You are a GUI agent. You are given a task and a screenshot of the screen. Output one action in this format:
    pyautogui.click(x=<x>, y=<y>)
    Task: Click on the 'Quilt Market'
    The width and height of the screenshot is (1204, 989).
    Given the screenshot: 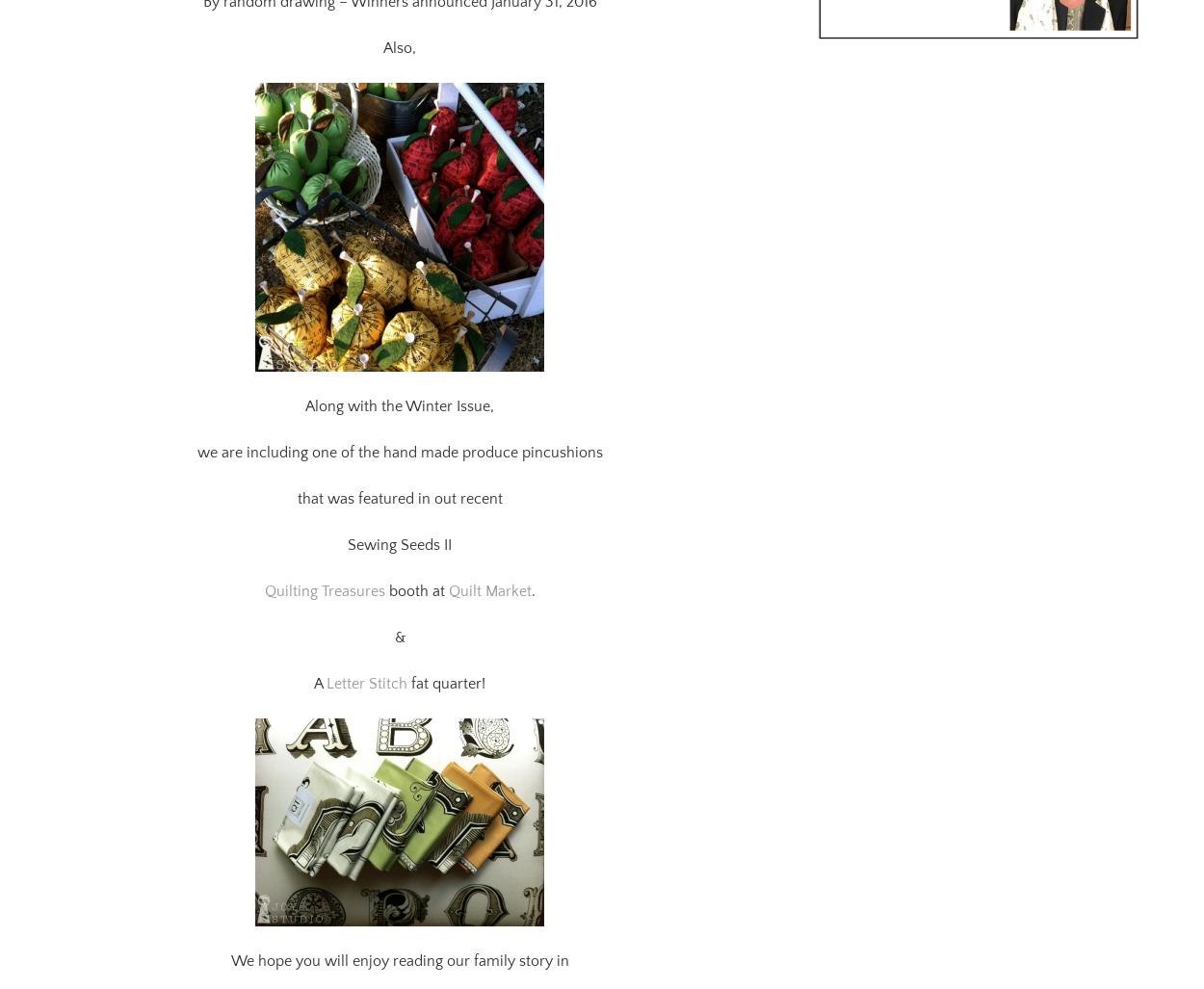 What is the action you would take?
    pyautogui.click(x=489, y=568)
    